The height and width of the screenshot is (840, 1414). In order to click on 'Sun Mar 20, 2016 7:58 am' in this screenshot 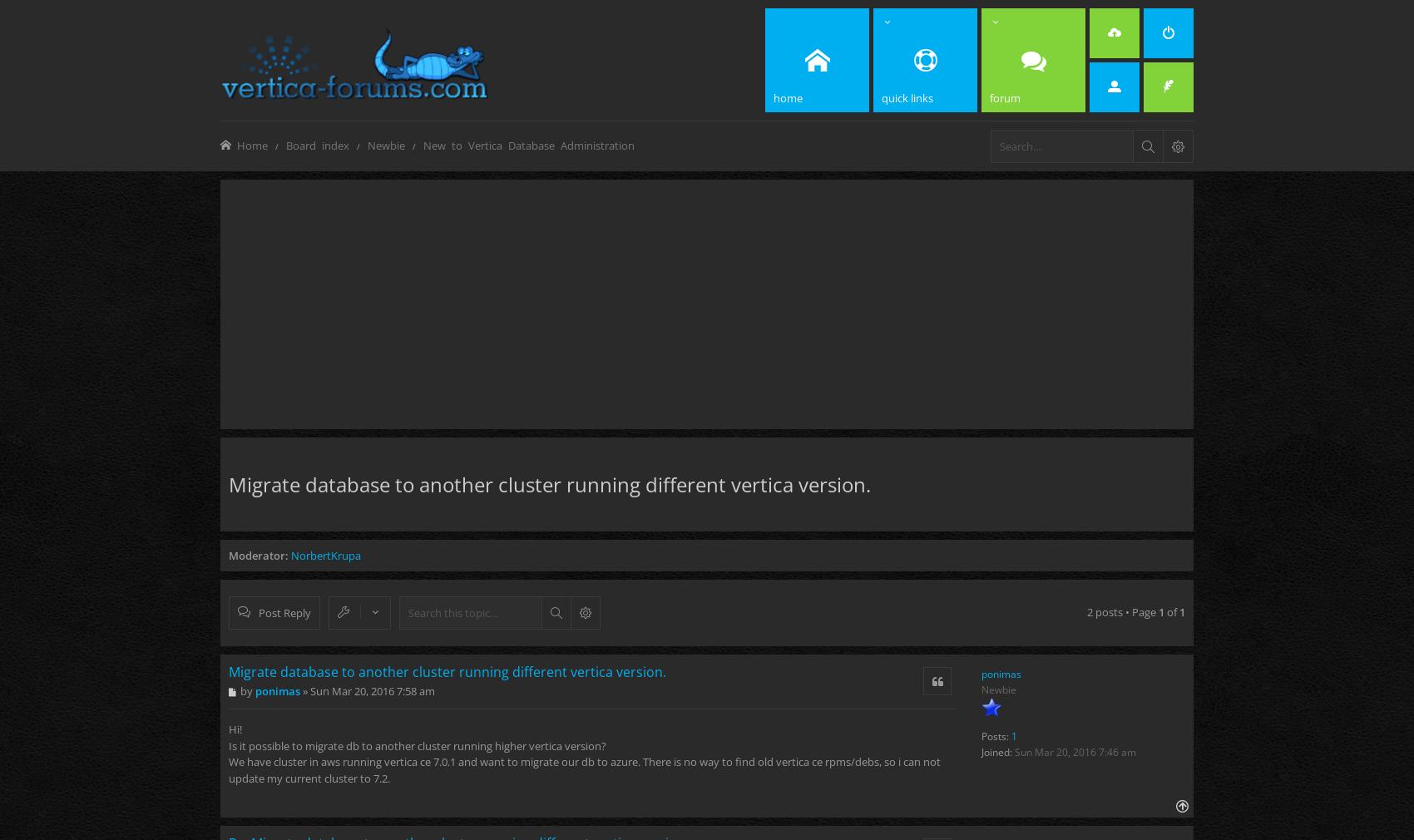, I will do `click(372, 690)`.